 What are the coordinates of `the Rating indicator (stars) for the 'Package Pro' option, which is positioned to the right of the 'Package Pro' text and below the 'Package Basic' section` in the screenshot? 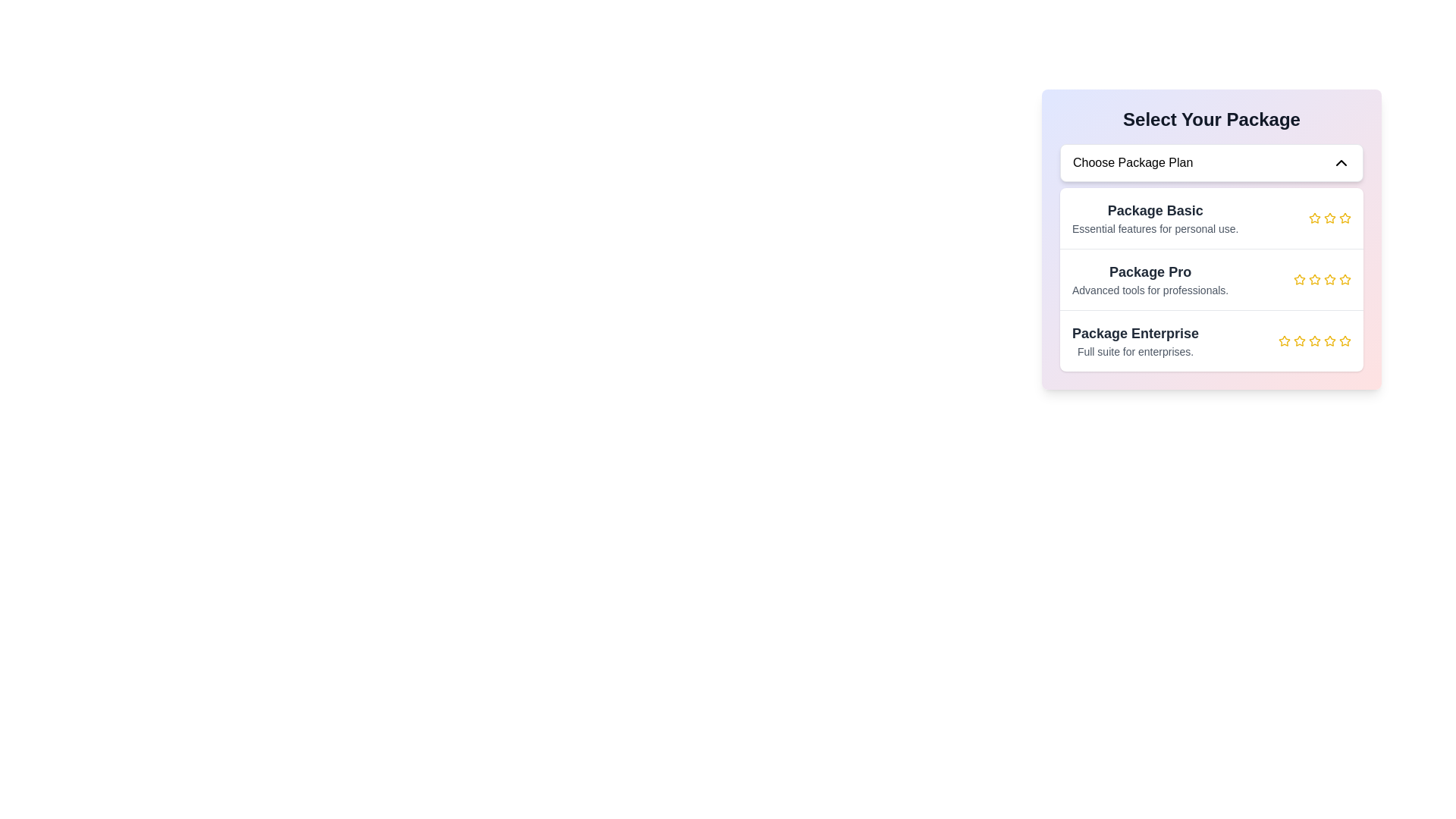 It's located at (1321, 280).